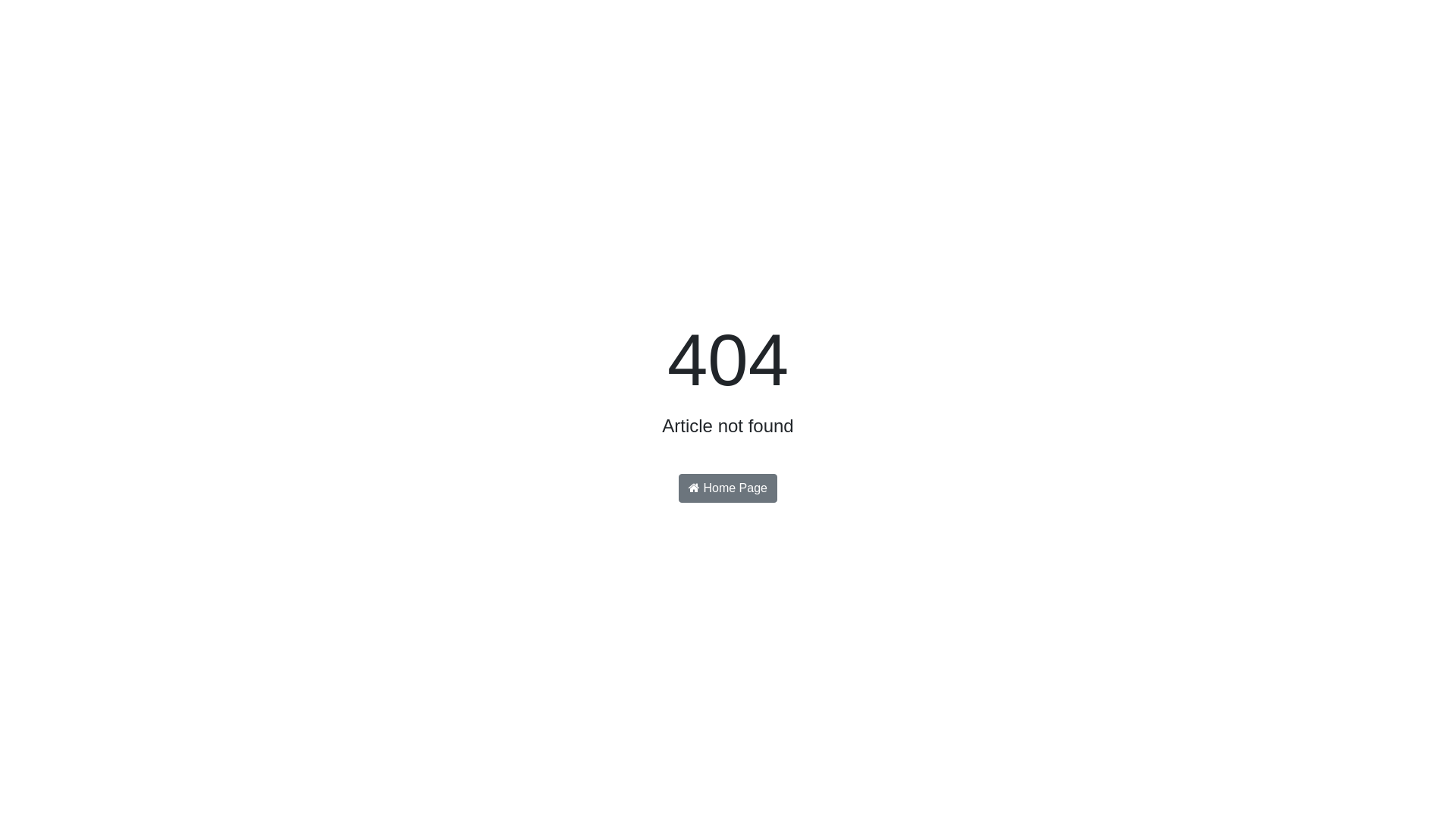 This screenshot has width=1456, height=819. Describe the element at coordinates (728, 488) in the screenshot. I see `'Home Page'` at that location.